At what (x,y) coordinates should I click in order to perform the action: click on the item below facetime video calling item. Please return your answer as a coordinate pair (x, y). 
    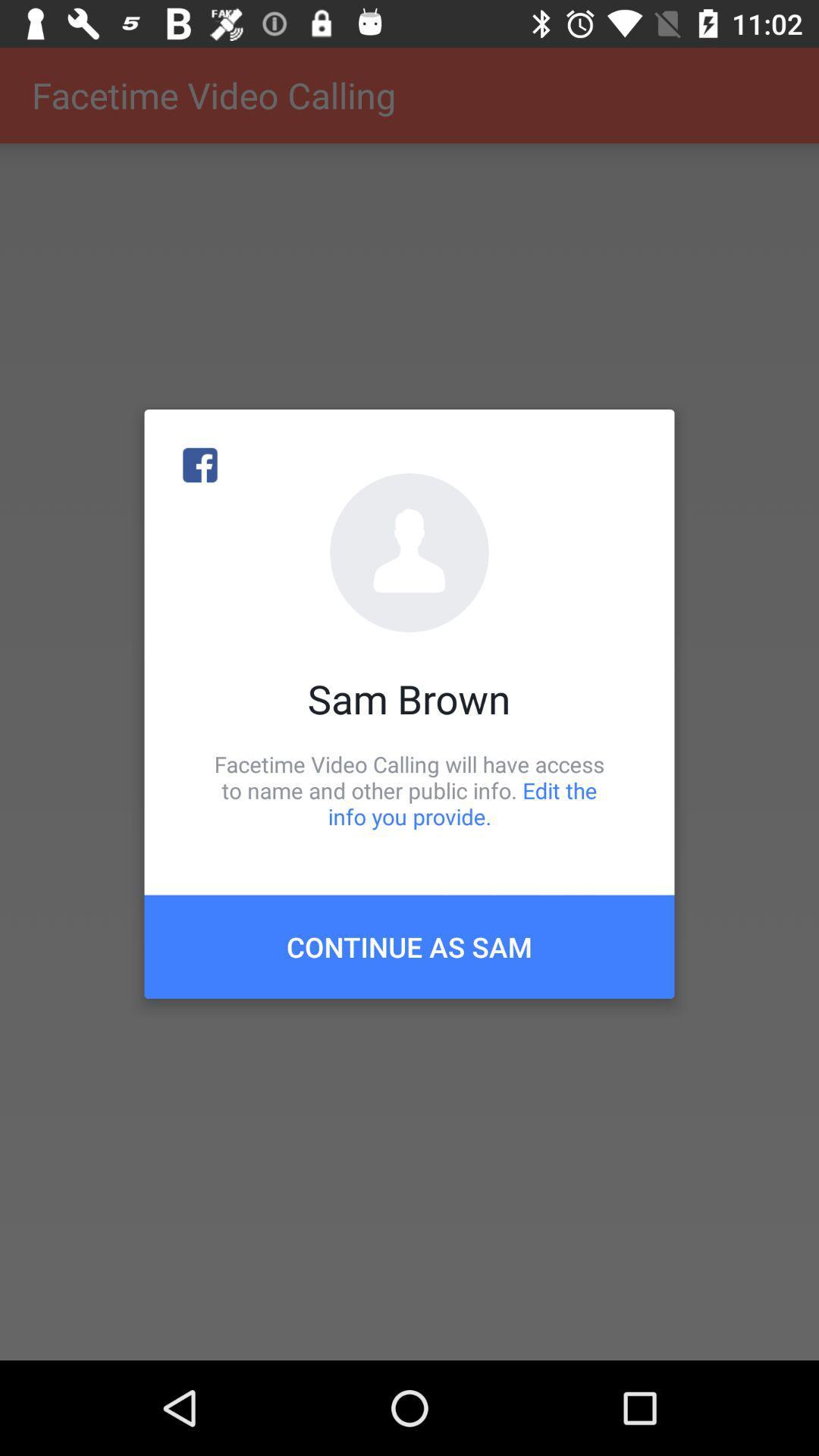
    Looking at the image, I should click on (409, 946).